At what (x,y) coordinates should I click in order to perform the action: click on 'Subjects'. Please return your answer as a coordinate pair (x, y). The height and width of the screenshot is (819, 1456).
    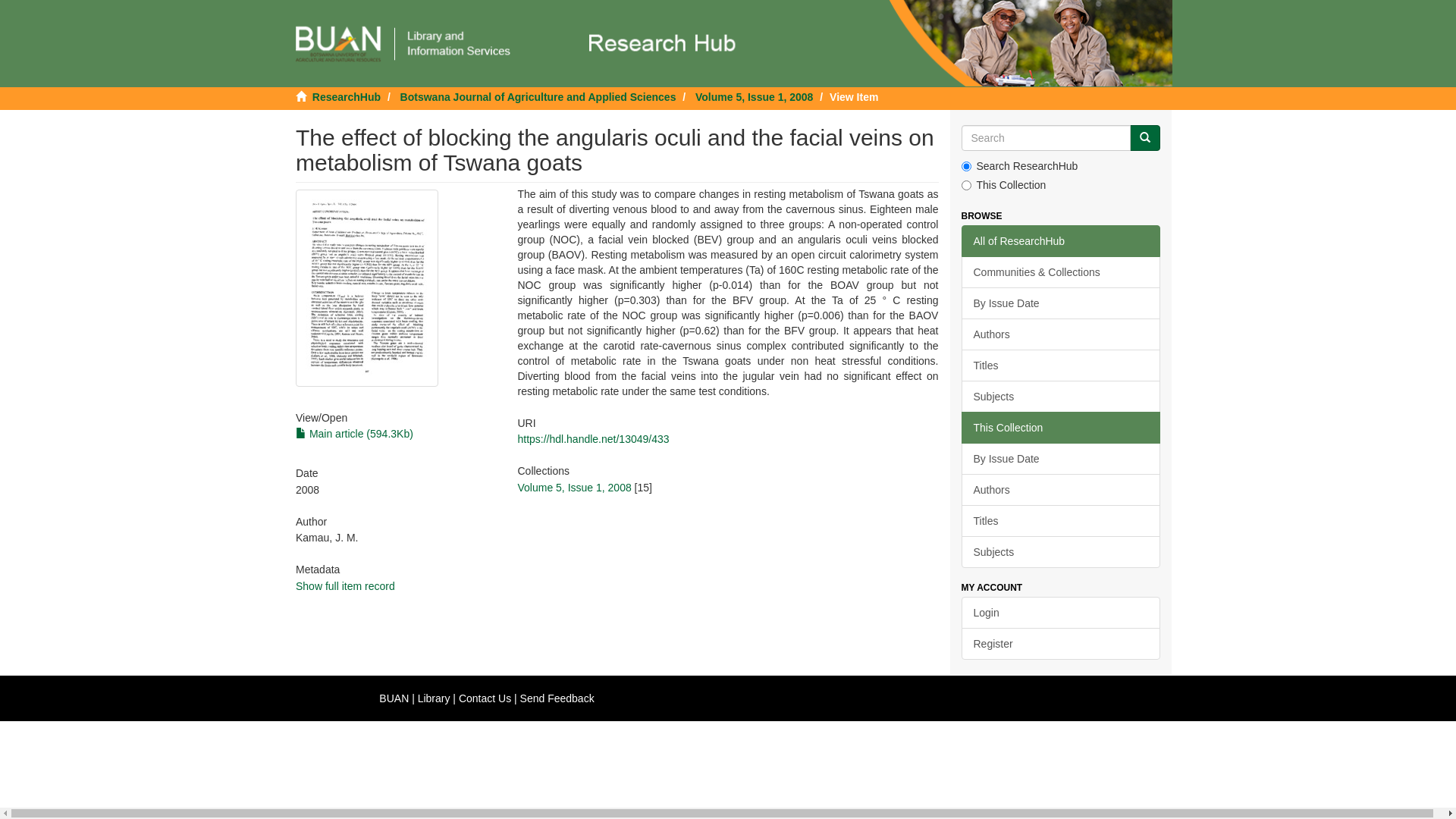
    Looking at the image, I should click on (1060, 552).